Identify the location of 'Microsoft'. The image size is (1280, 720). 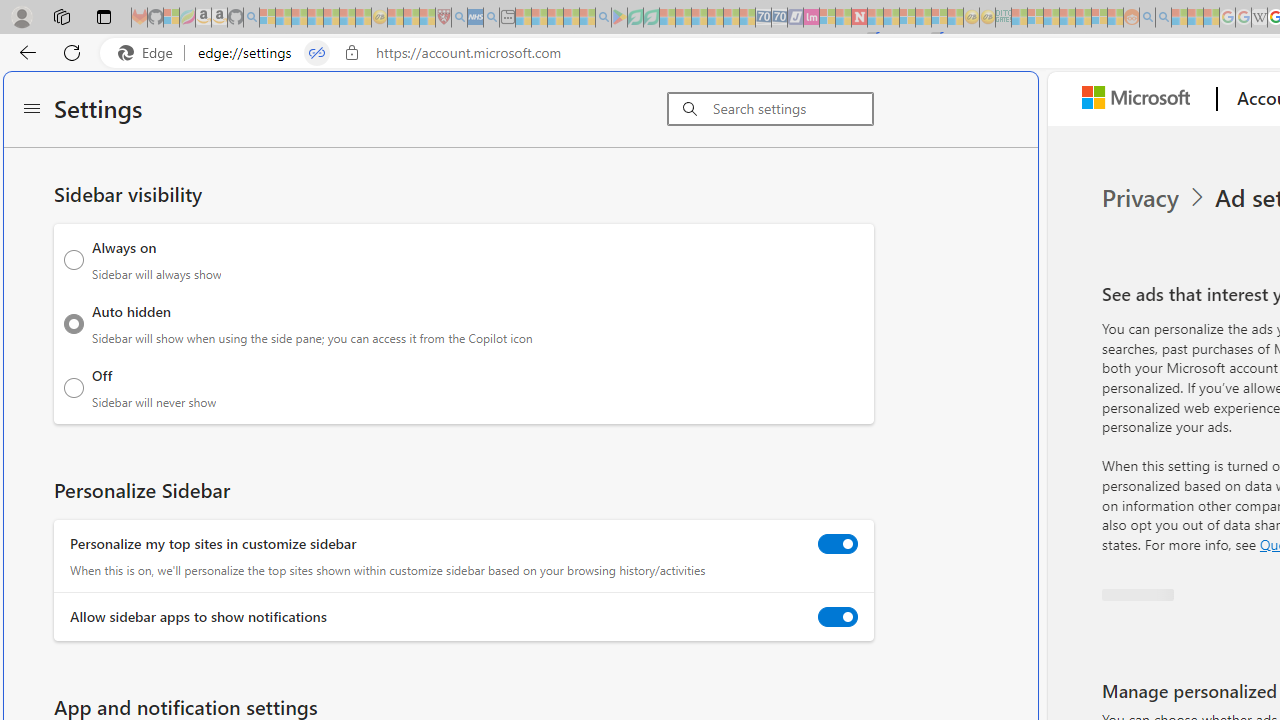
(1141, 99).